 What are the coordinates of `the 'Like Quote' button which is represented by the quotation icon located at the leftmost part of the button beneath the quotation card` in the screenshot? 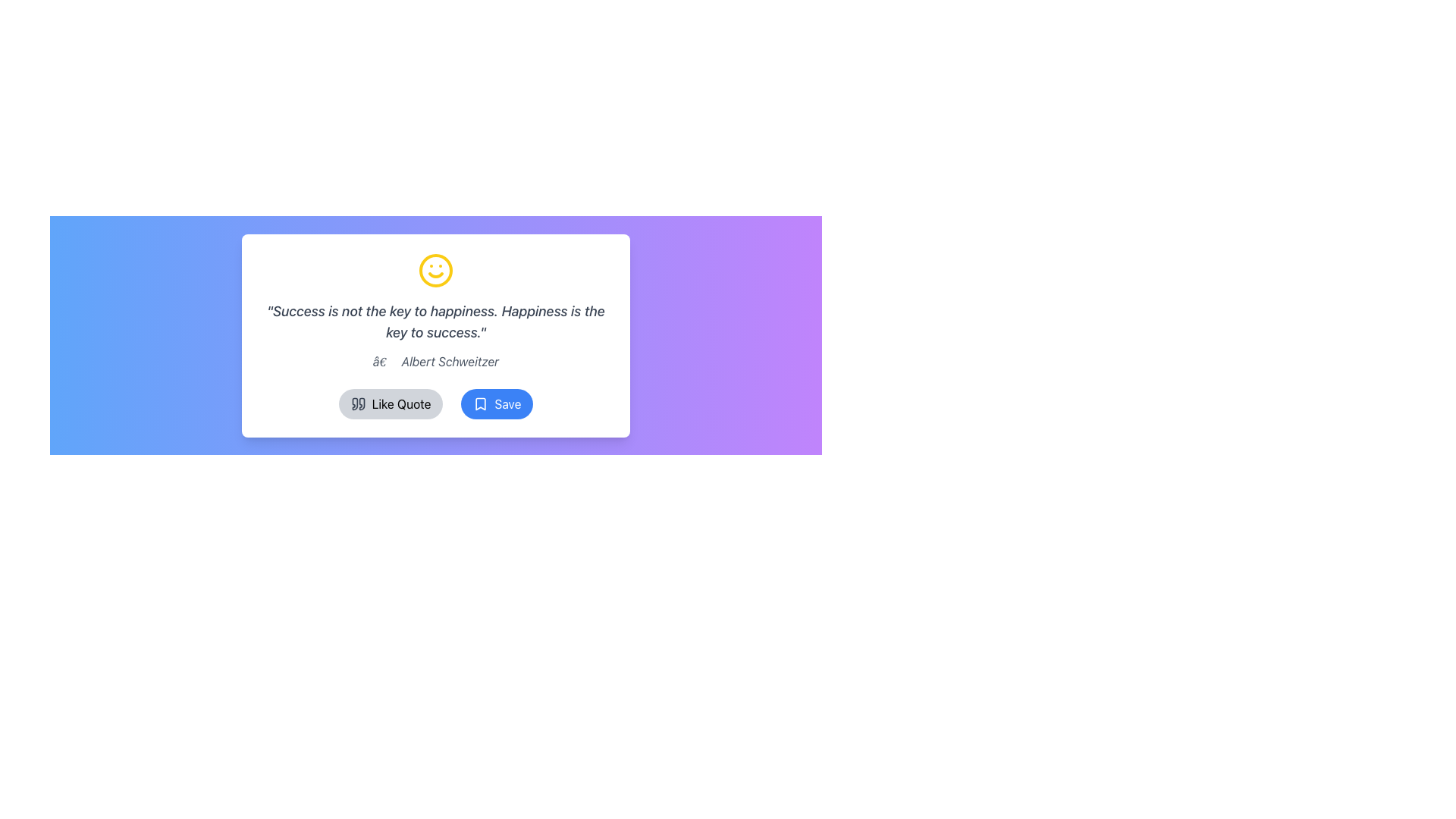 It's located at (357, 403).